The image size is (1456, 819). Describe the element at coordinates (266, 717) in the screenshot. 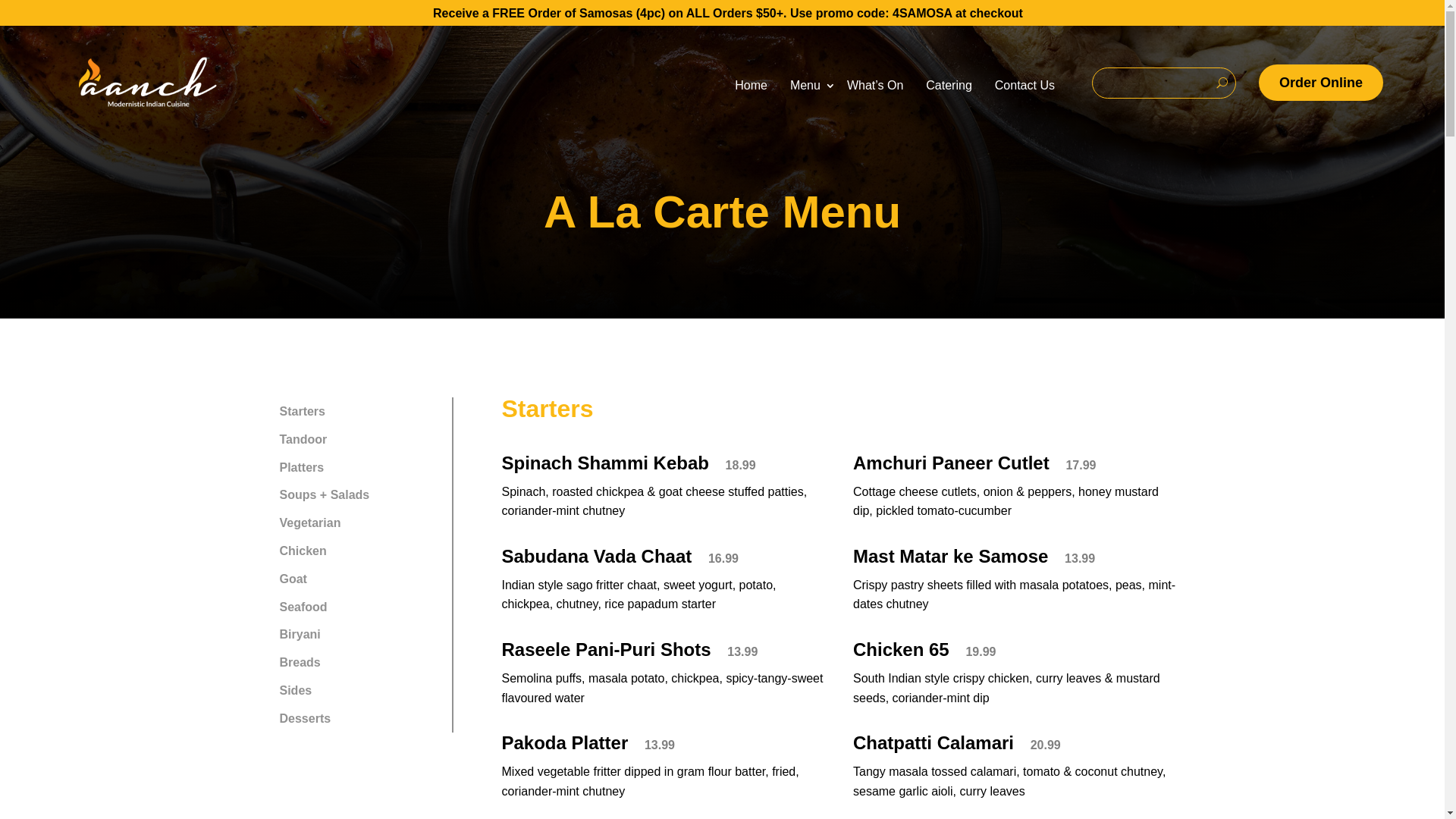

I see `'Desserts'` at that location.